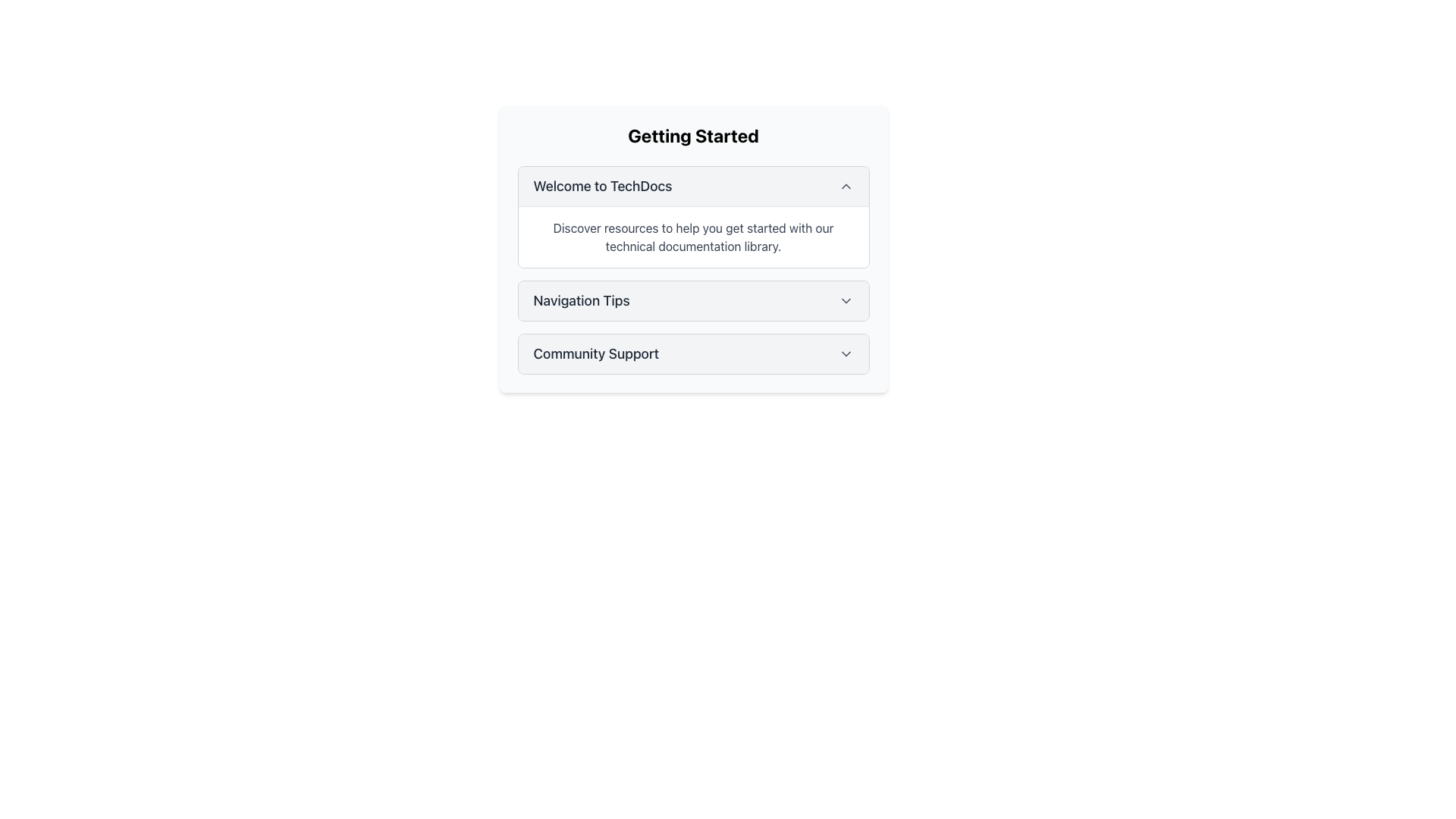  What do you see at coordinates (692, 217) in the screenshot?
I see `the first collapsible panel in the UI accordion located below the 'Getting Started' header` at bounding box center [692, 217].